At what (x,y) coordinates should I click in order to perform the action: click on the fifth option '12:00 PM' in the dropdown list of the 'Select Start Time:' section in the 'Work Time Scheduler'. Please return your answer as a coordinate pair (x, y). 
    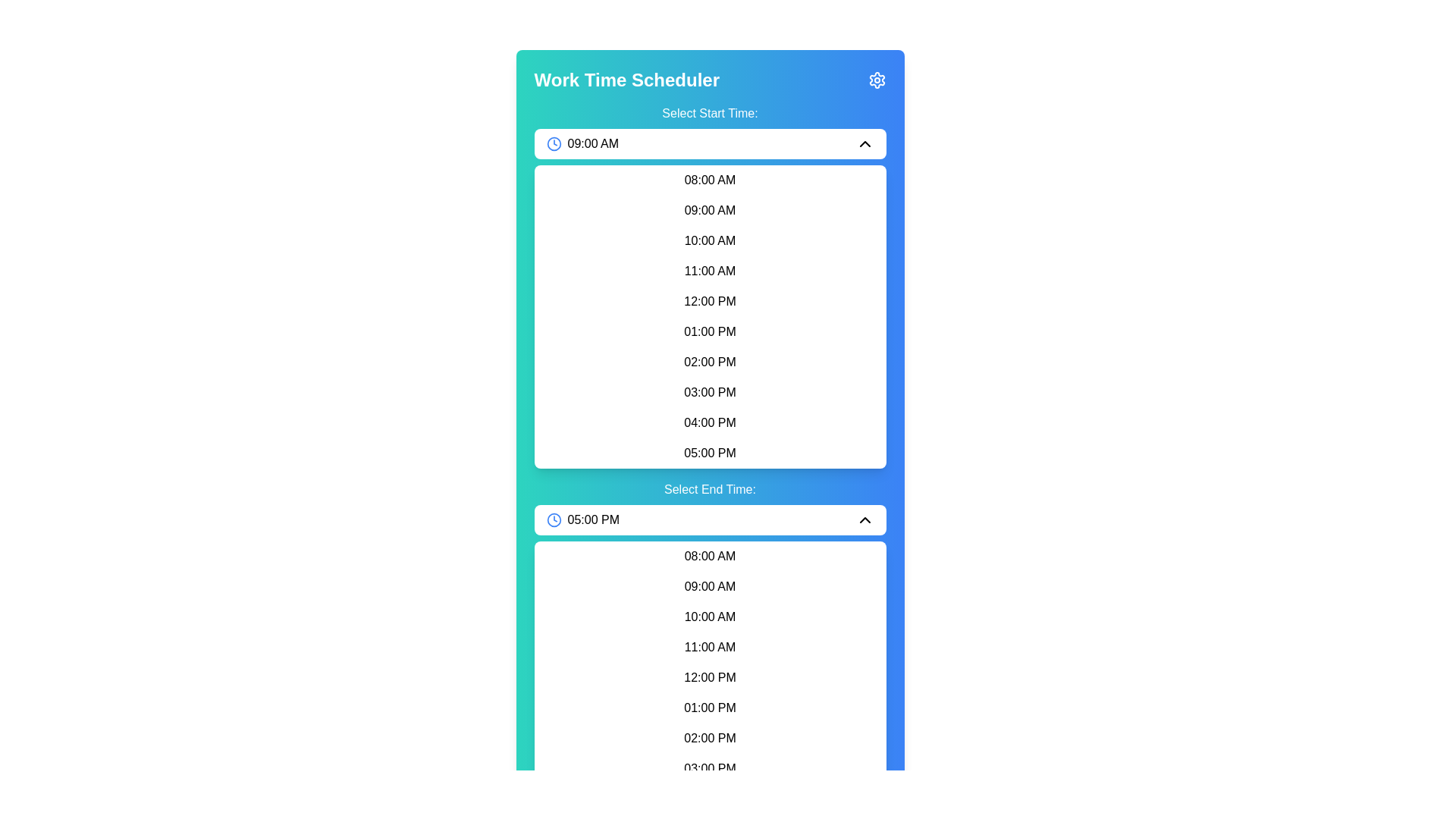
    Looking at the image, I should click on (709, 298).